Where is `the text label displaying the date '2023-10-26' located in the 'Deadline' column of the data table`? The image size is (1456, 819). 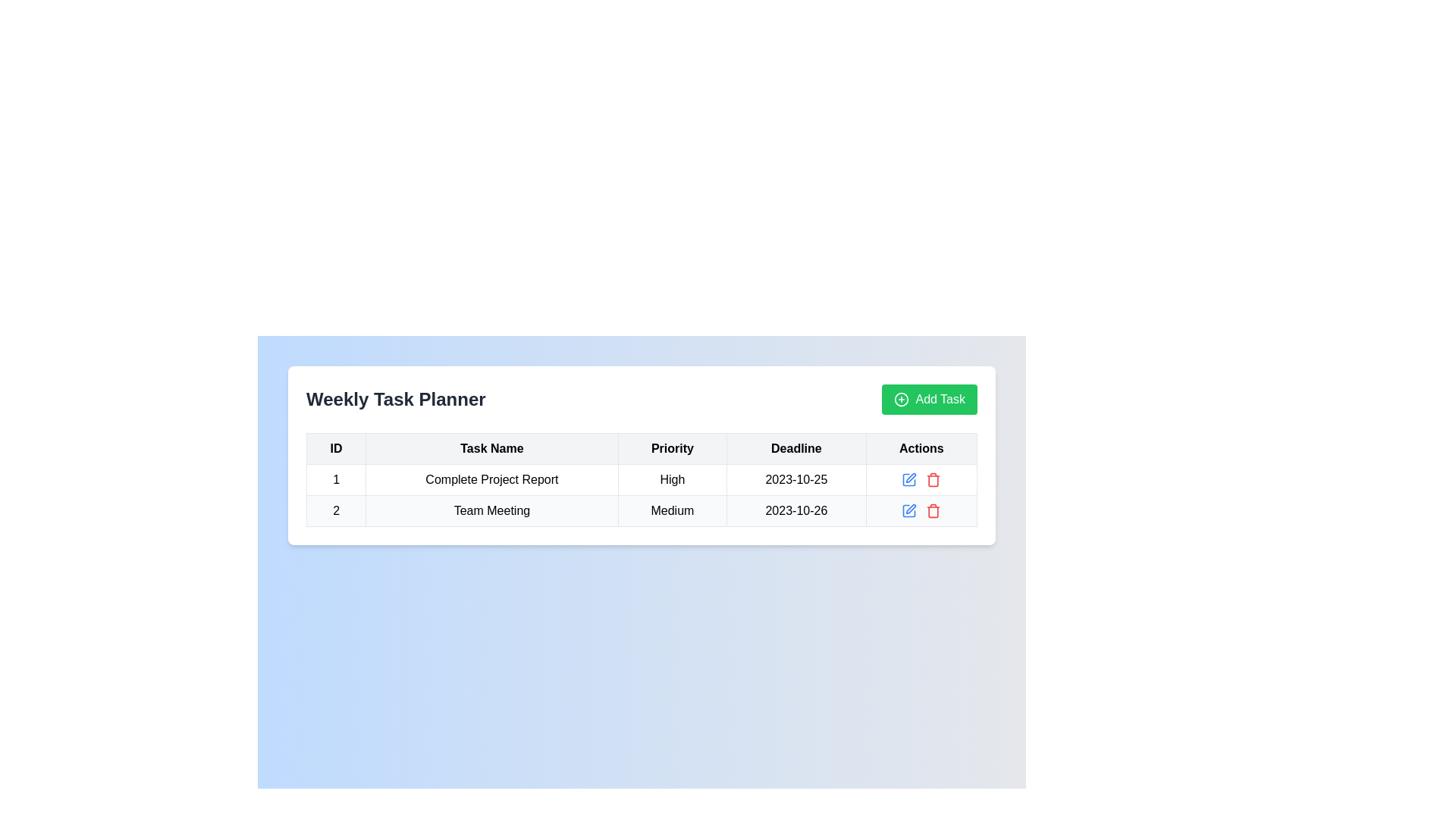 the text label displaying the date '2023-10-26' located in the 'Deadline' column of the data table is located at coordinates (795, 511).